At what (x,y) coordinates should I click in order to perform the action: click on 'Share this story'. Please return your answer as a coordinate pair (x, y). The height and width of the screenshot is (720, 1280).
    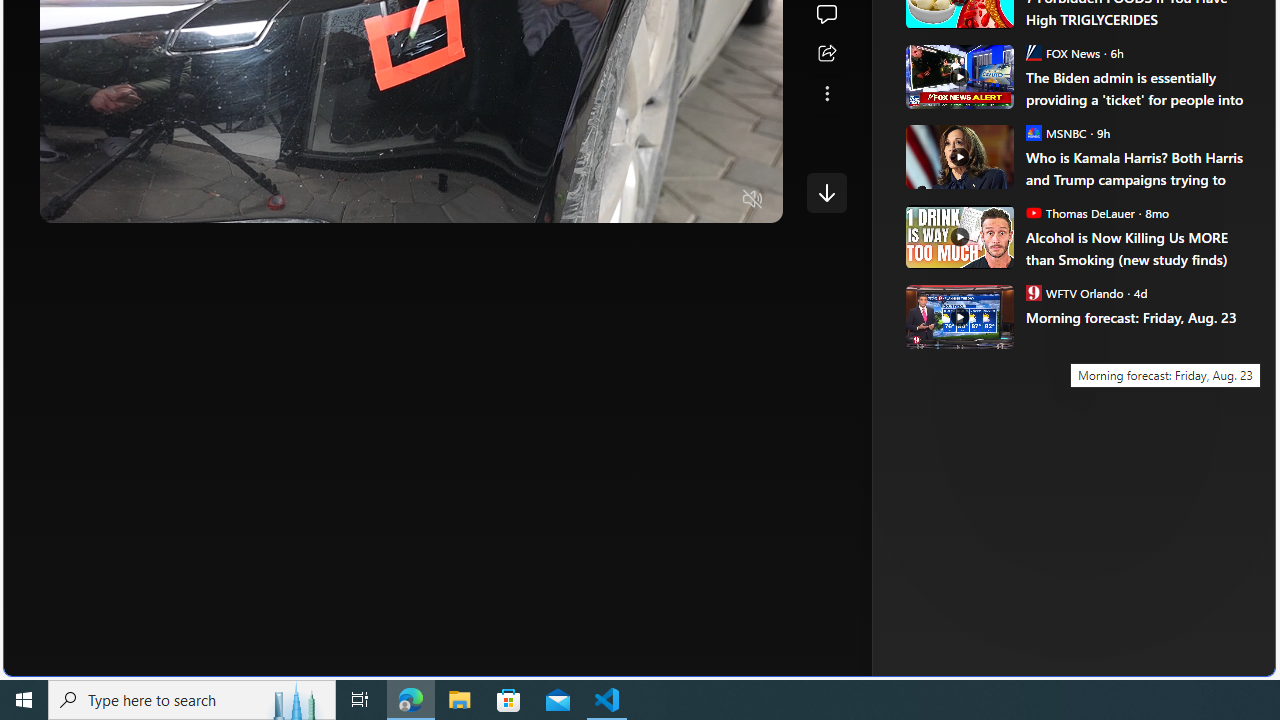
    Looking at the image, I should click on (826, 53).